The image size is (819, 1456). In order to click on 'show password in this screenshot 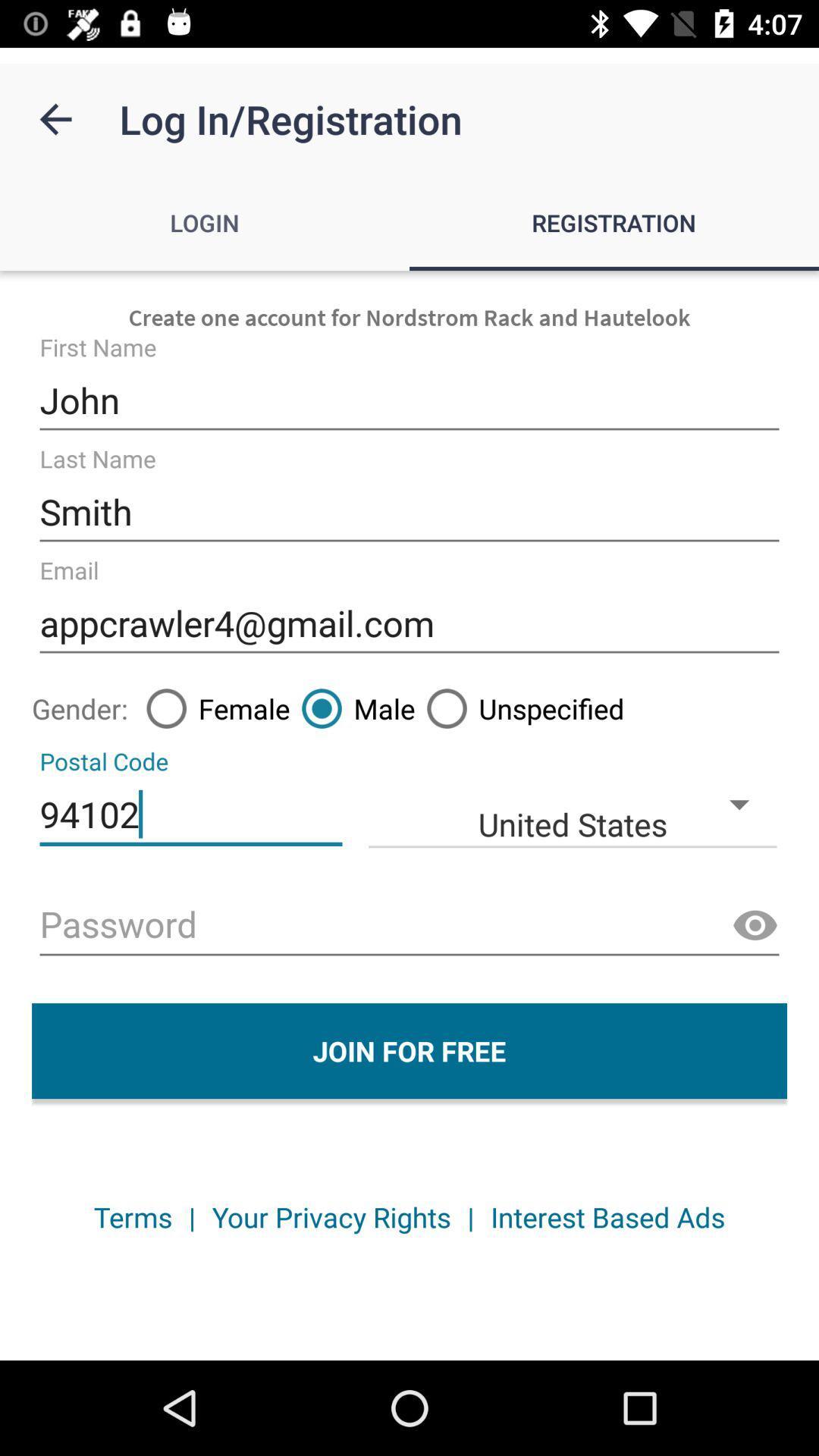, I will do `click(755, 925)`.